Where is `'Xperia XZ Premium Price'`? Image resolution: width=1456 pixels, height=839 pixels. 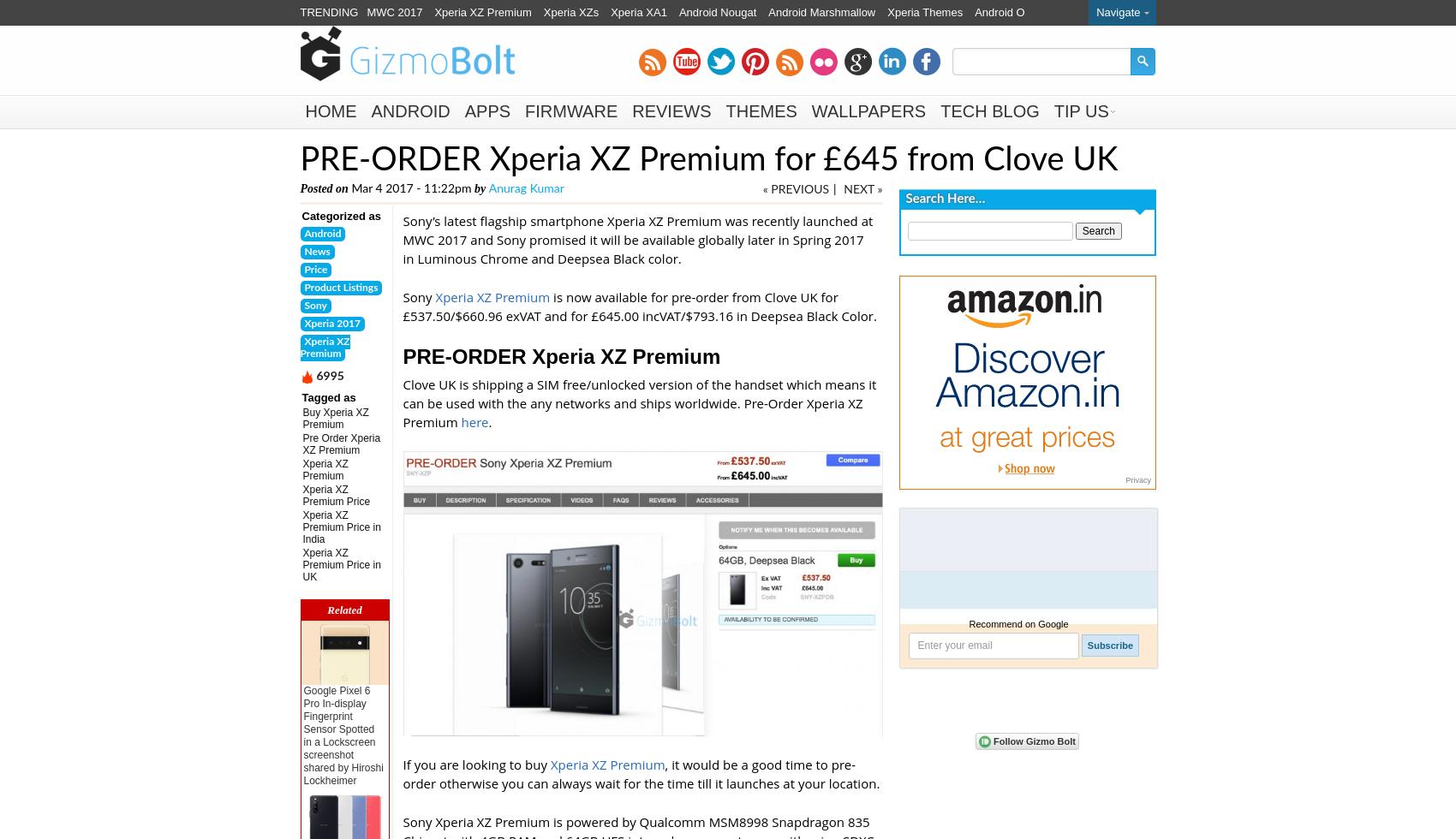 'Xperia XZ Premium Price' is located at coordinates (335, 495).